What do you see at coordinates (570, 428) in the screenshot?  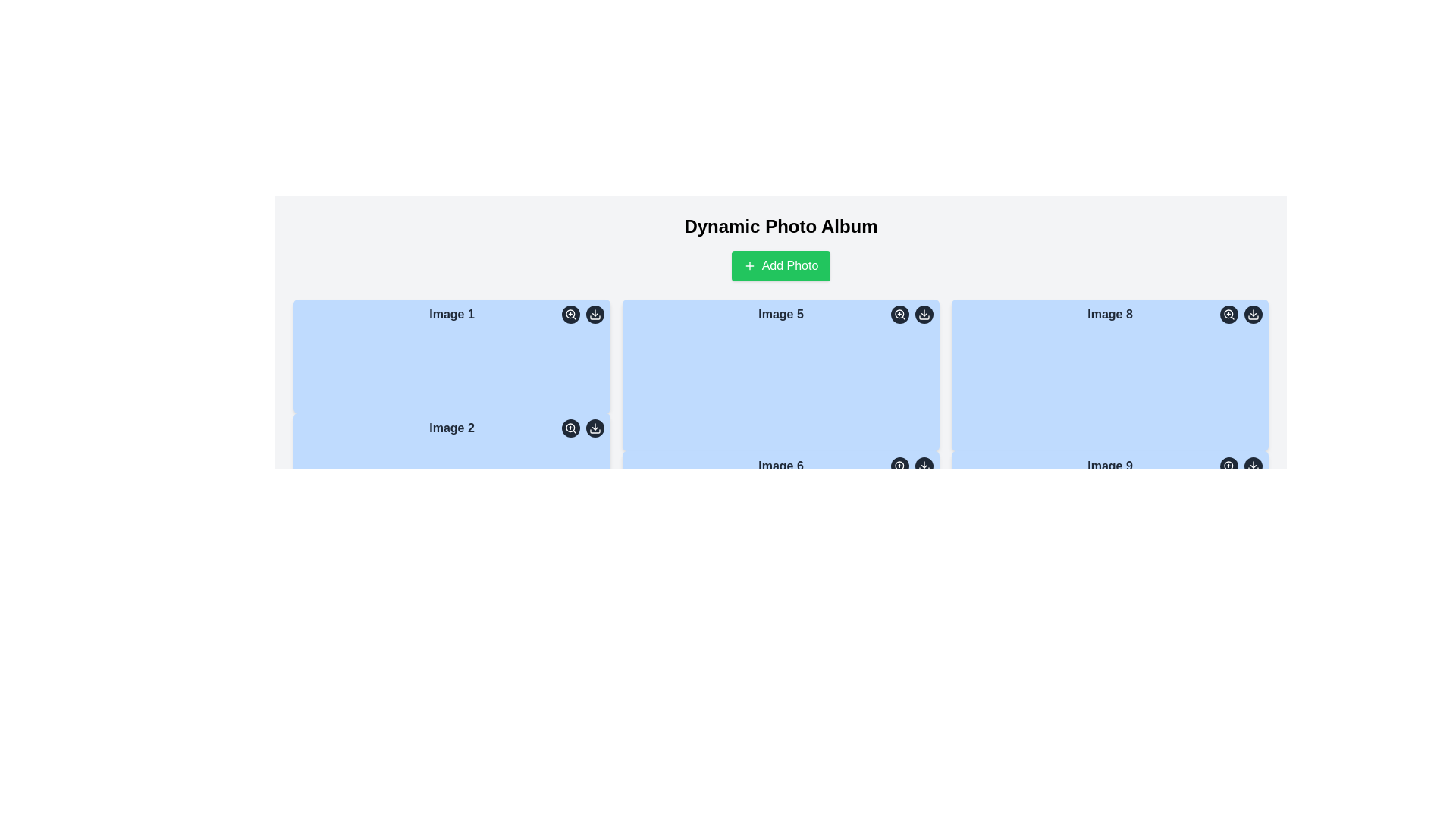 I see `the small circular zoom-in button with a dark gray background and white magnifying glass icon located at the top-right corner of 'Image 2' to observe the hover effect` at bounding box center [570, 428].